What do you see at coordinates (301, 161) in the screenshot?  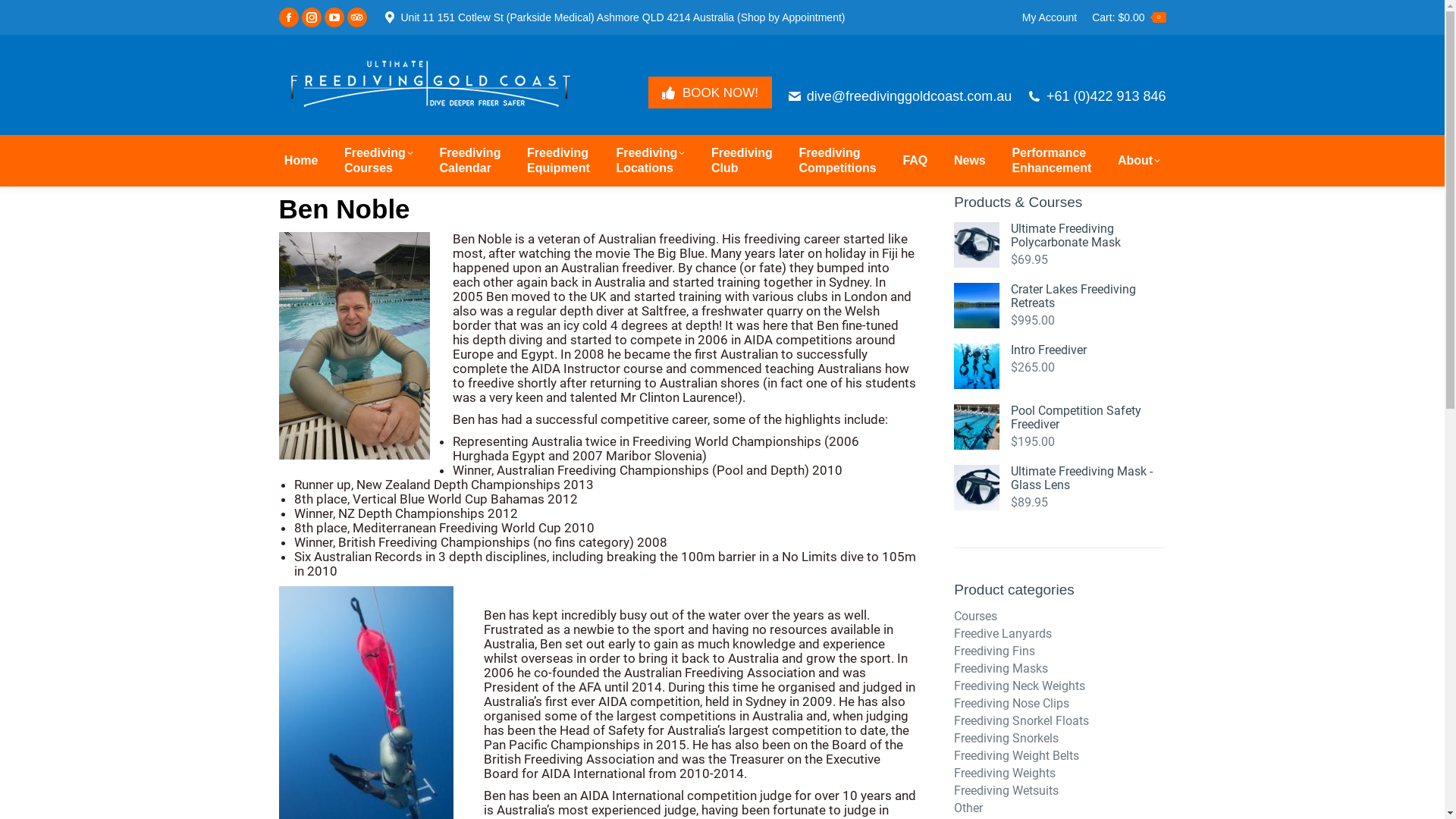 I see `'Home'` at bounding box center [301, 161].